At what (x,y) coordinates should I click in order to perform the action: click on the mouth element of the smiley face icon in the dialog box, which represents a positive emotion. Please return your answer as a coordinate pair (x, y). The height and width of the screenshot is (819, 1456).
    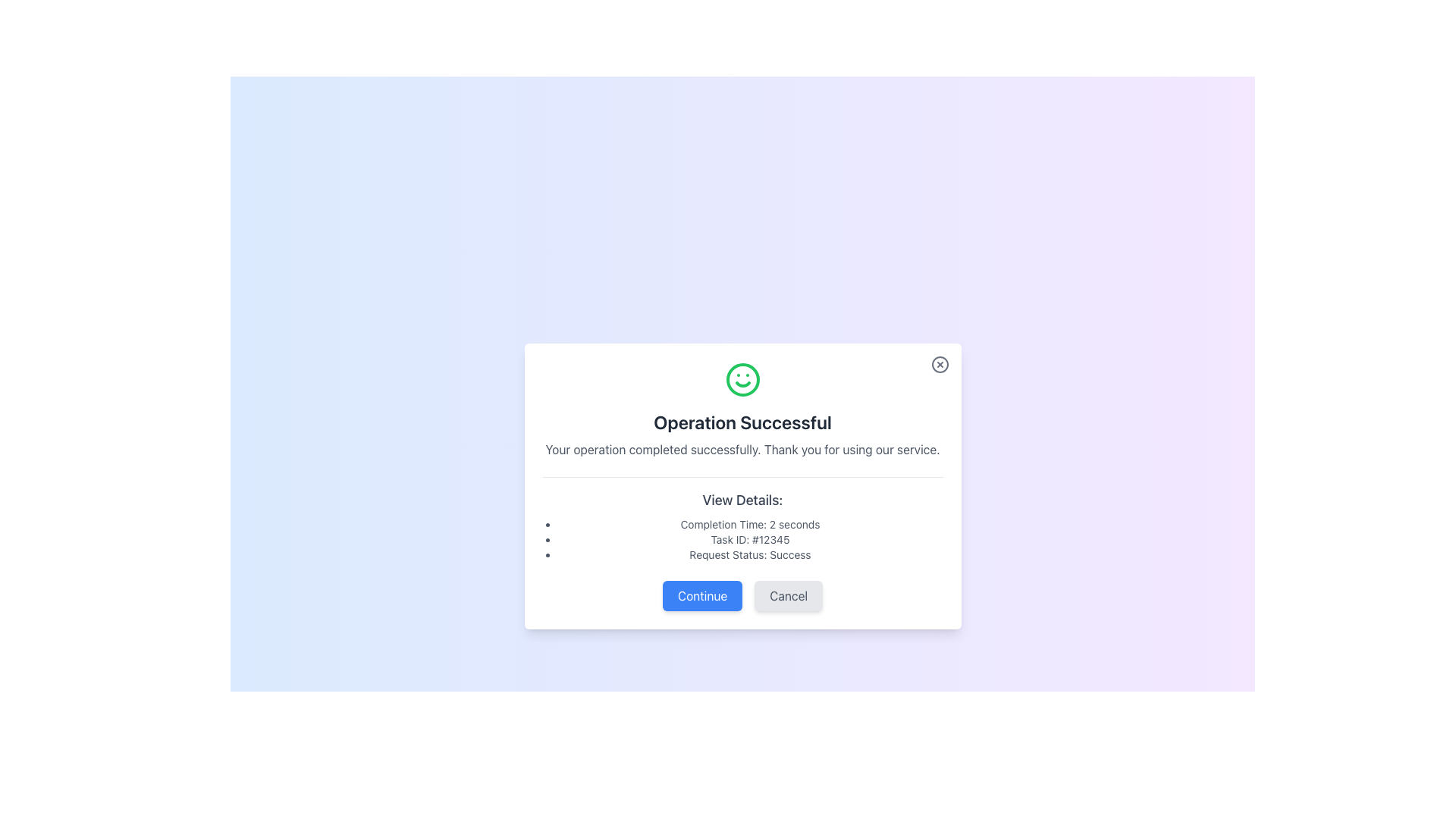
    Looking at the image, I should click on (742, 383).